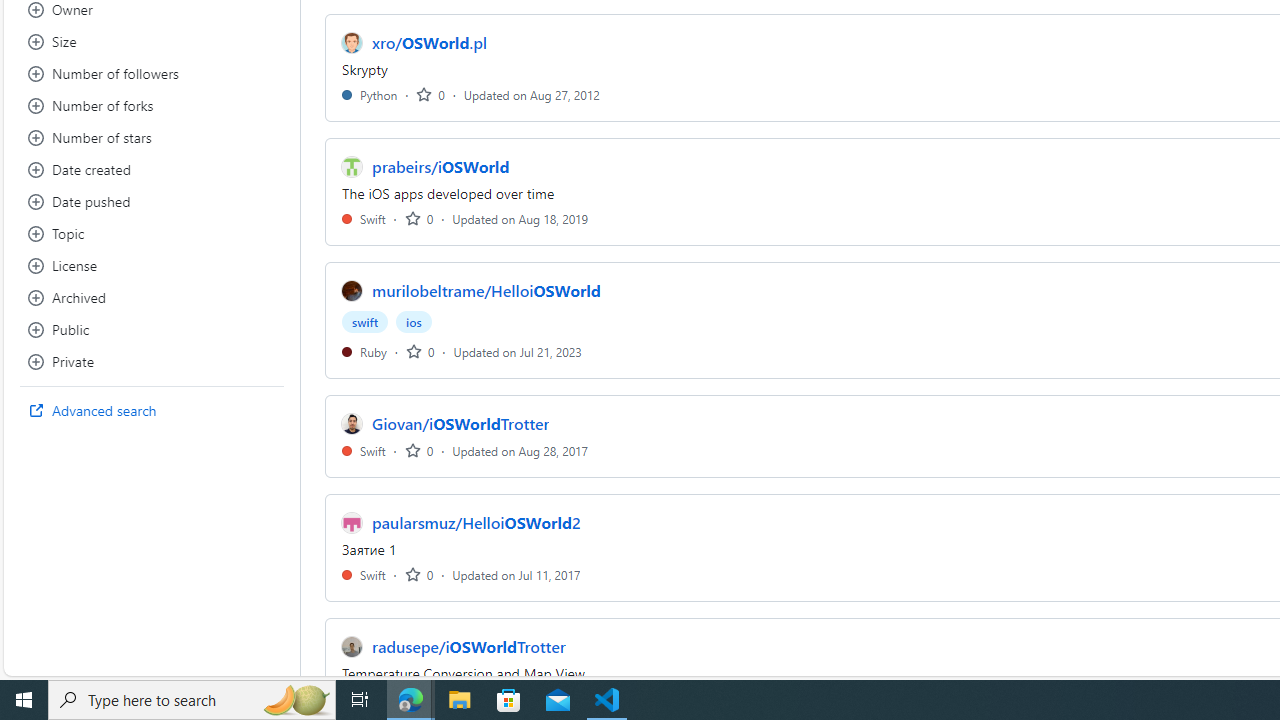 Image resolution: width=1280 pixels, height=720 pixels. What do you see at coordinates (364, 574) in the screenshot?
I see `'Swift'` at bounding box center [364, 574].